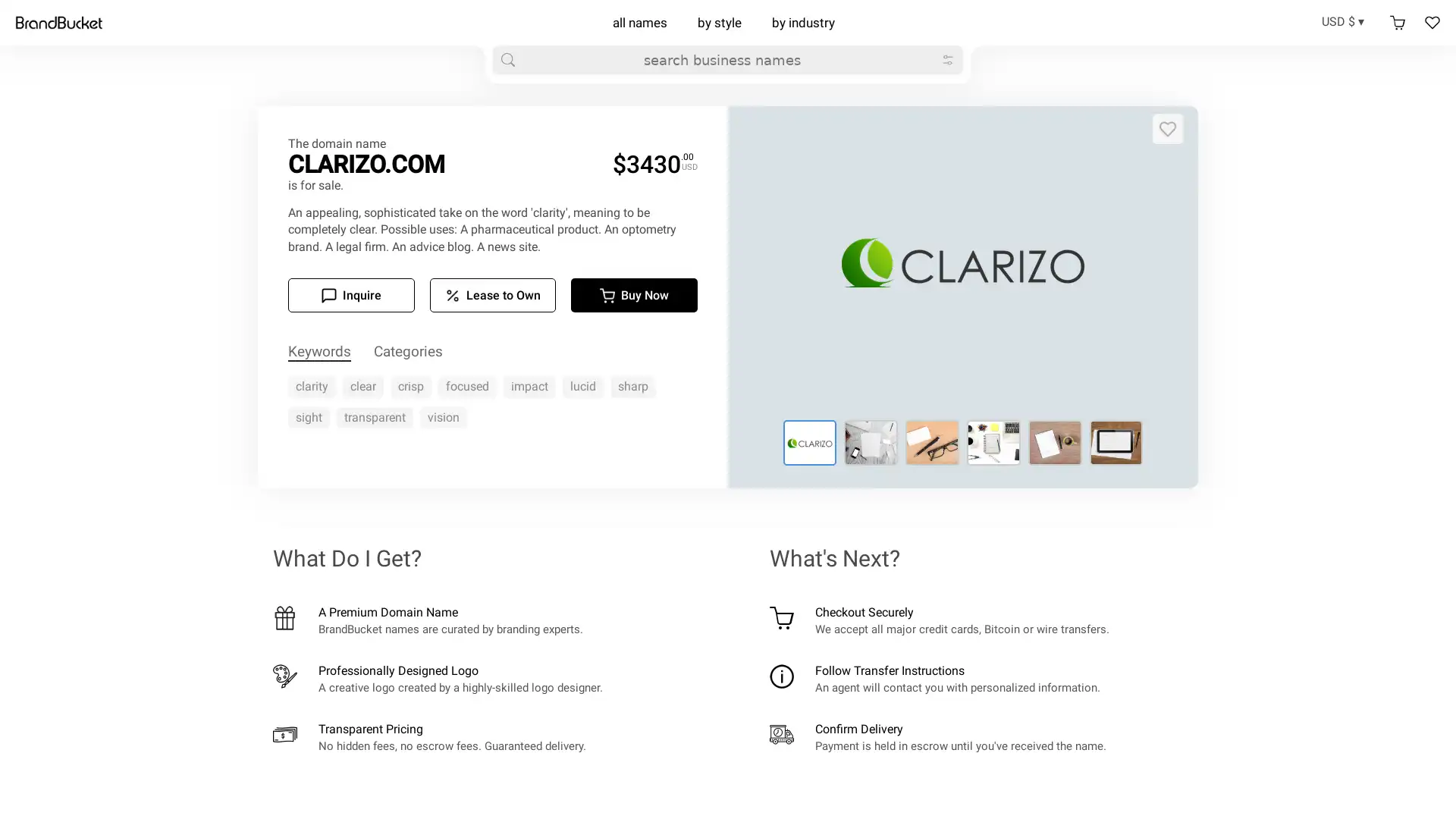 The image size is (1456, 819). Describe the element at coordinates (1348, 20) in the screenshot. I see `USD $` at that location.